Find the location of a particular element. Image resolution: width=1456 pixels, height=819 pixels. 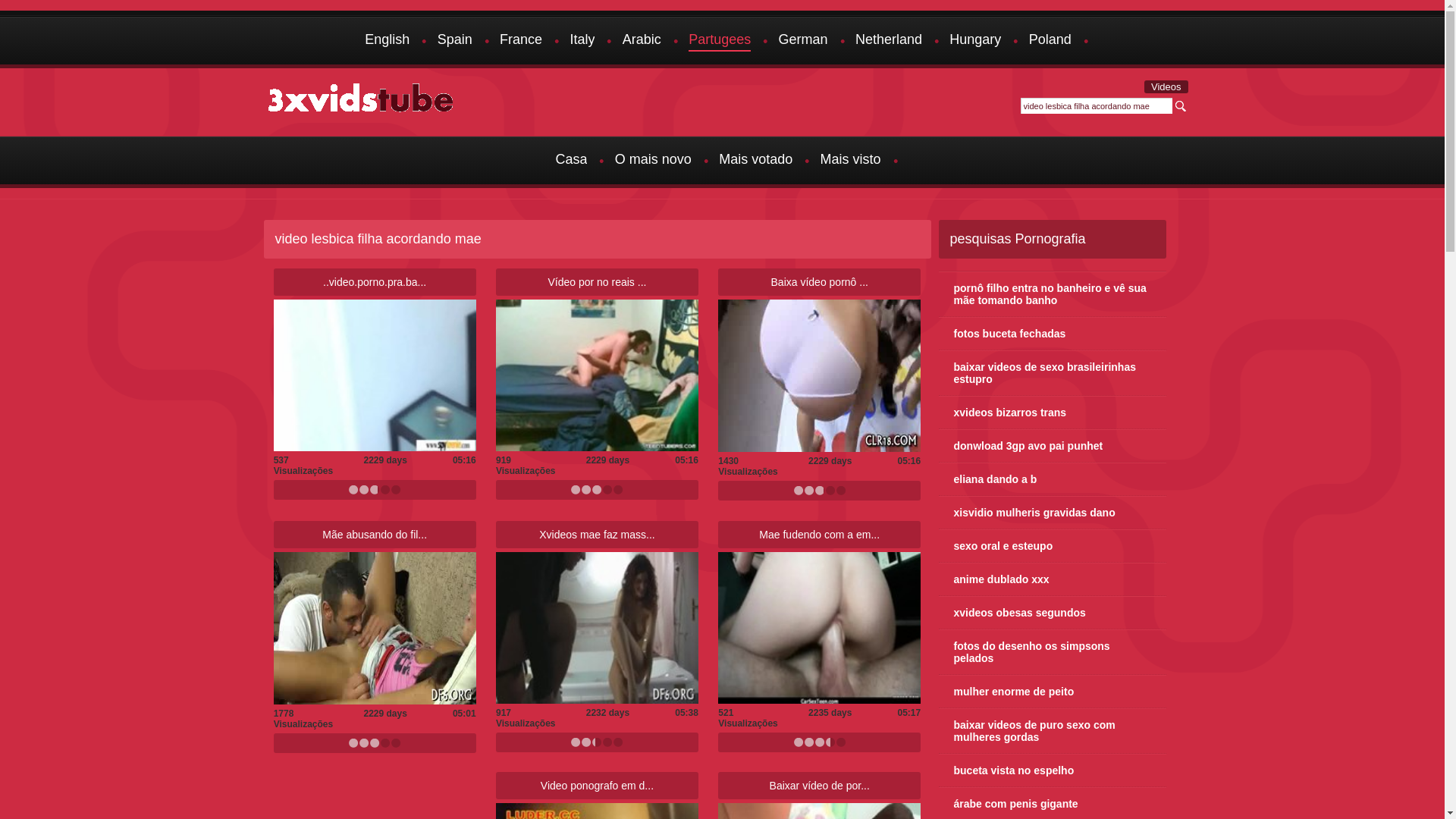

'Arabic' is located at coordinates (622, 40).